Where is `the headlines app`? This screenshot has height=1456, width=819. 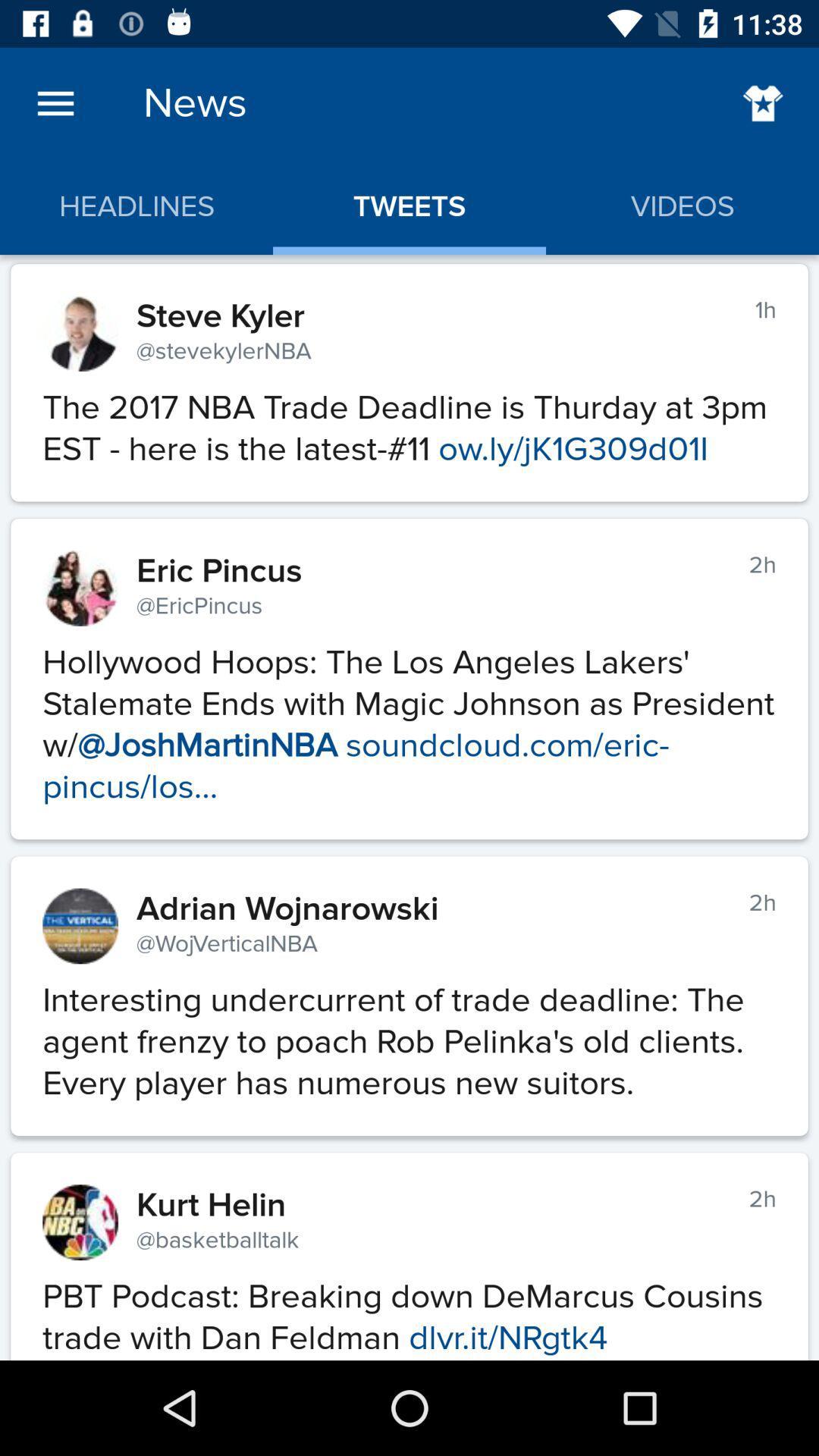 the headlines app is located at coordinates (136, 206).